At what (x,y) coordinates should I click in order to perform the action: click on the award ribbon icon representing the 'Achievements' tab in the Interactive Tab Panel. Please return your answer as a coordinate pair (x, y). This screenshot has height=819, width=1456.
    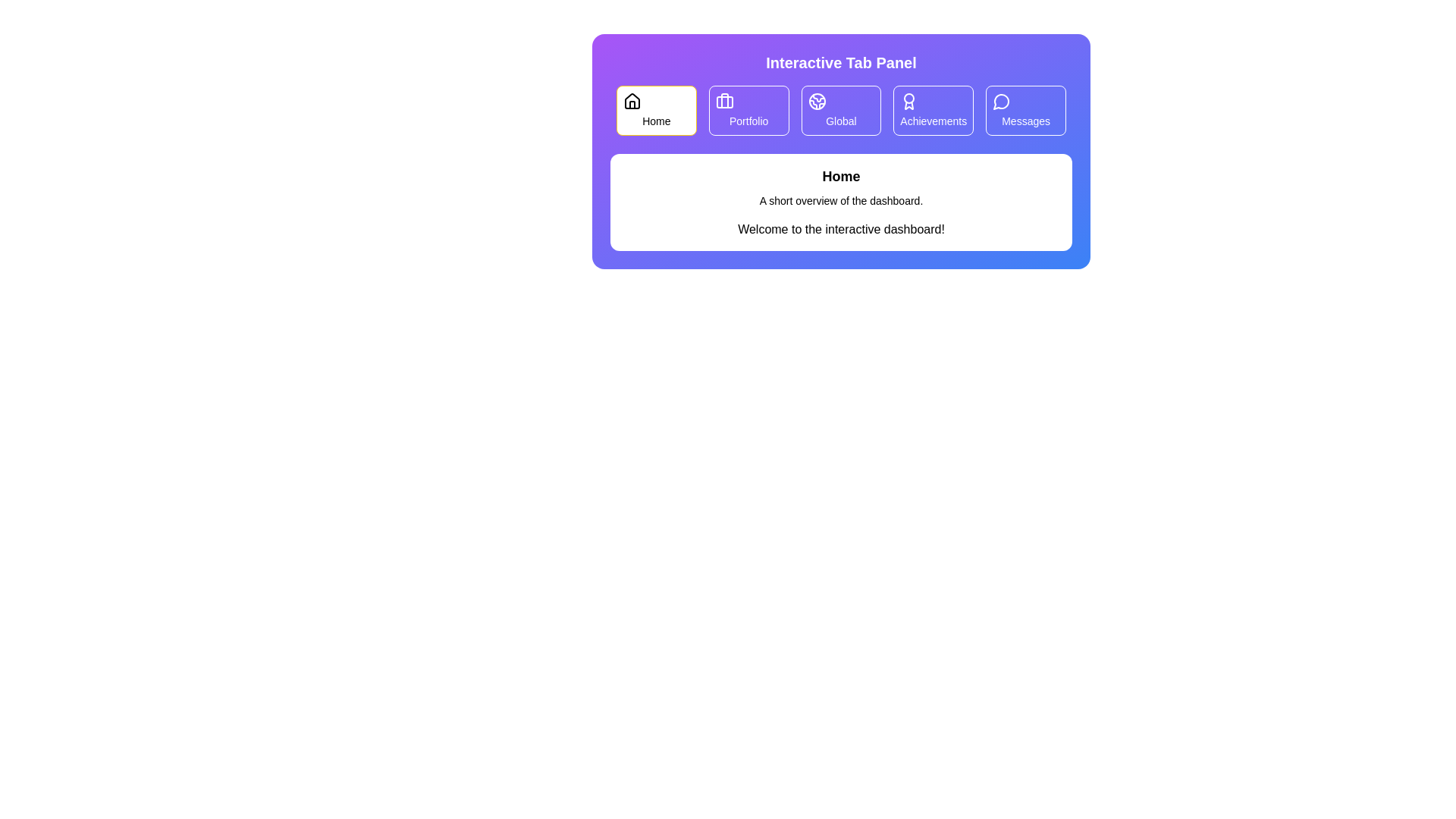
    Looking at the image, I should click on (909, 102).